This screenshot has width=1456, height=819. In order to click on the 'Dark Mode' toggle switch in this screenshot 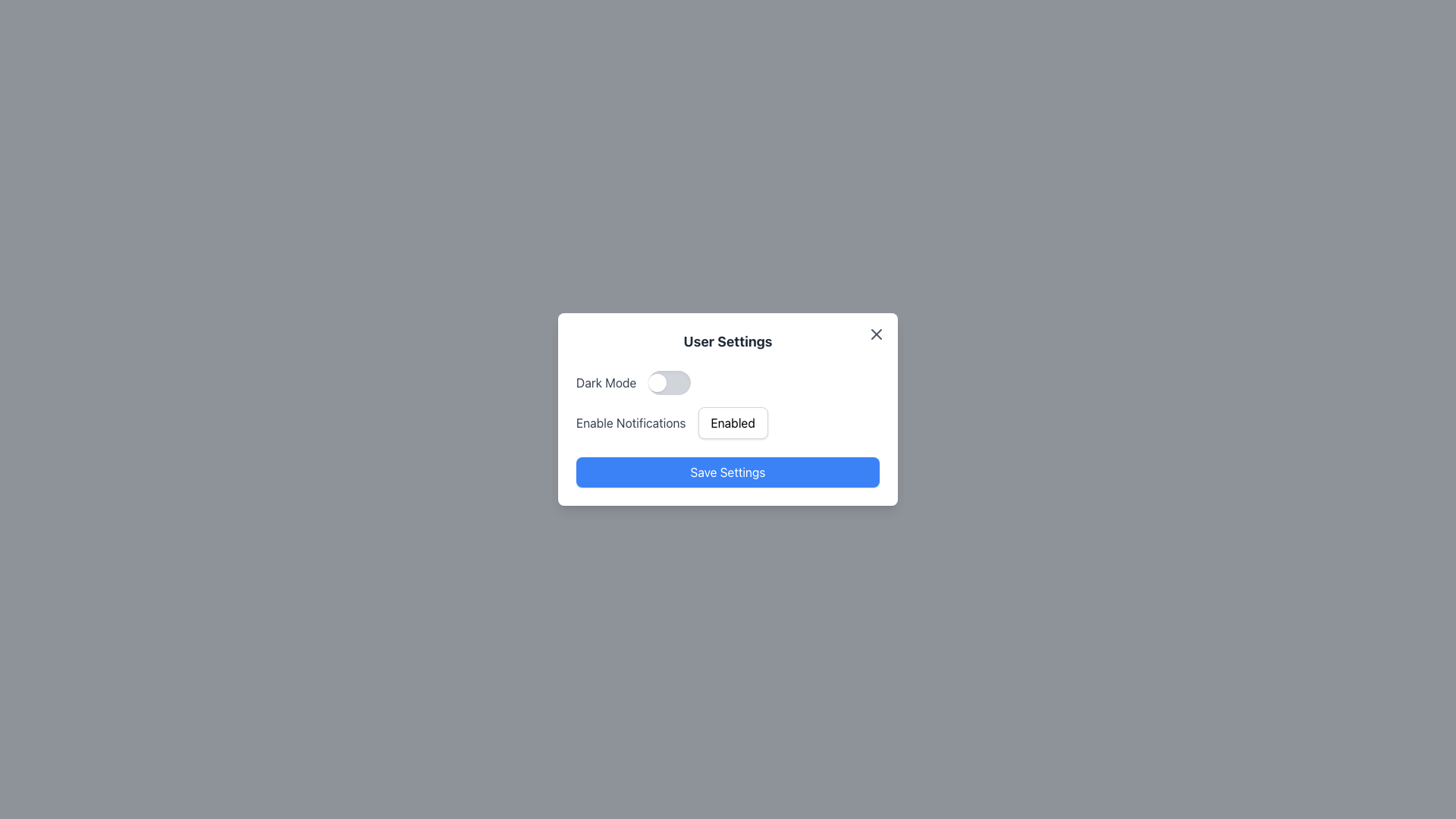, I will do `click(669, 382)`.